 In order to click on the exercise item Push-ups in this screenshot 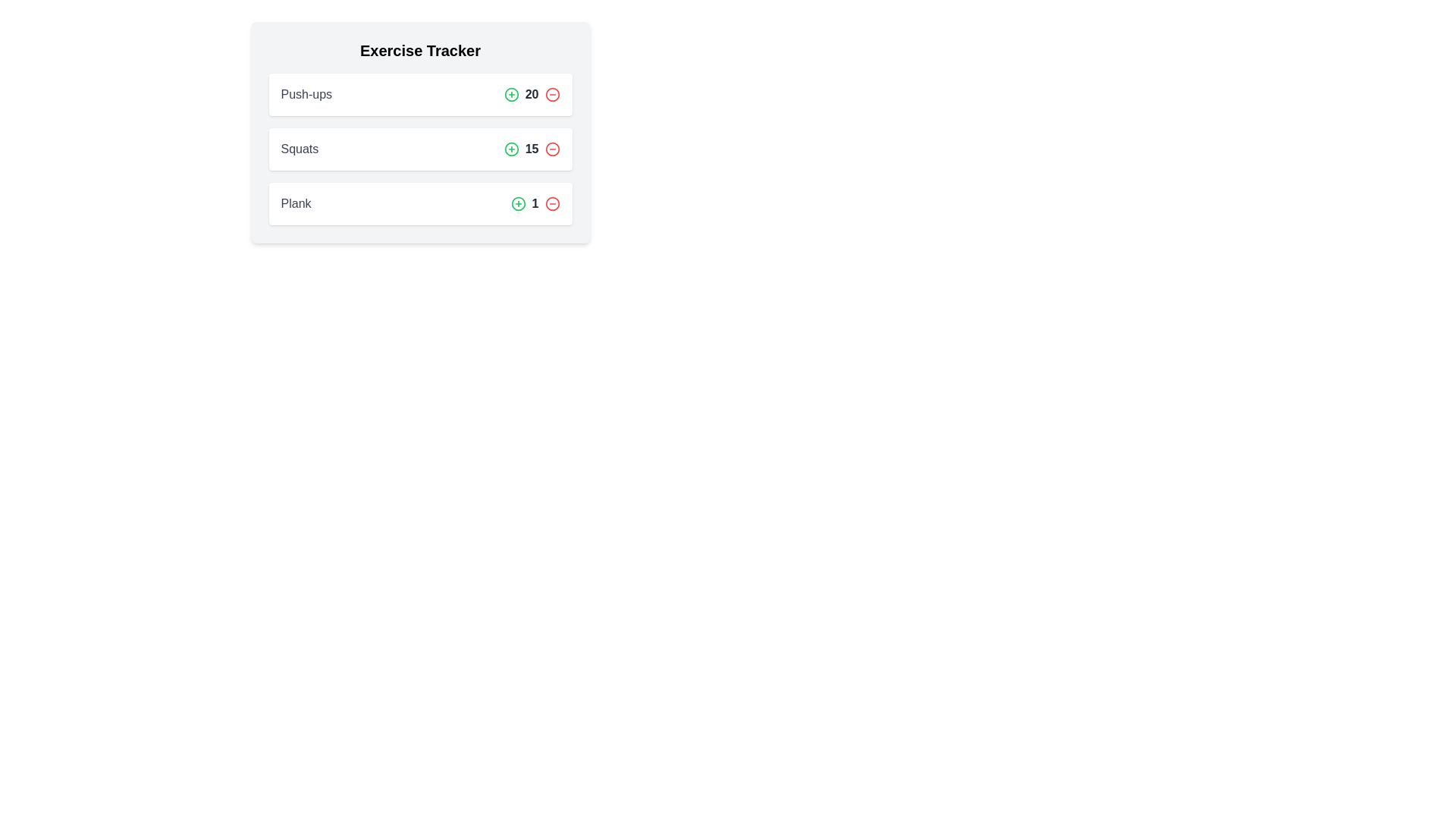, I will do `click(420, 94)`.